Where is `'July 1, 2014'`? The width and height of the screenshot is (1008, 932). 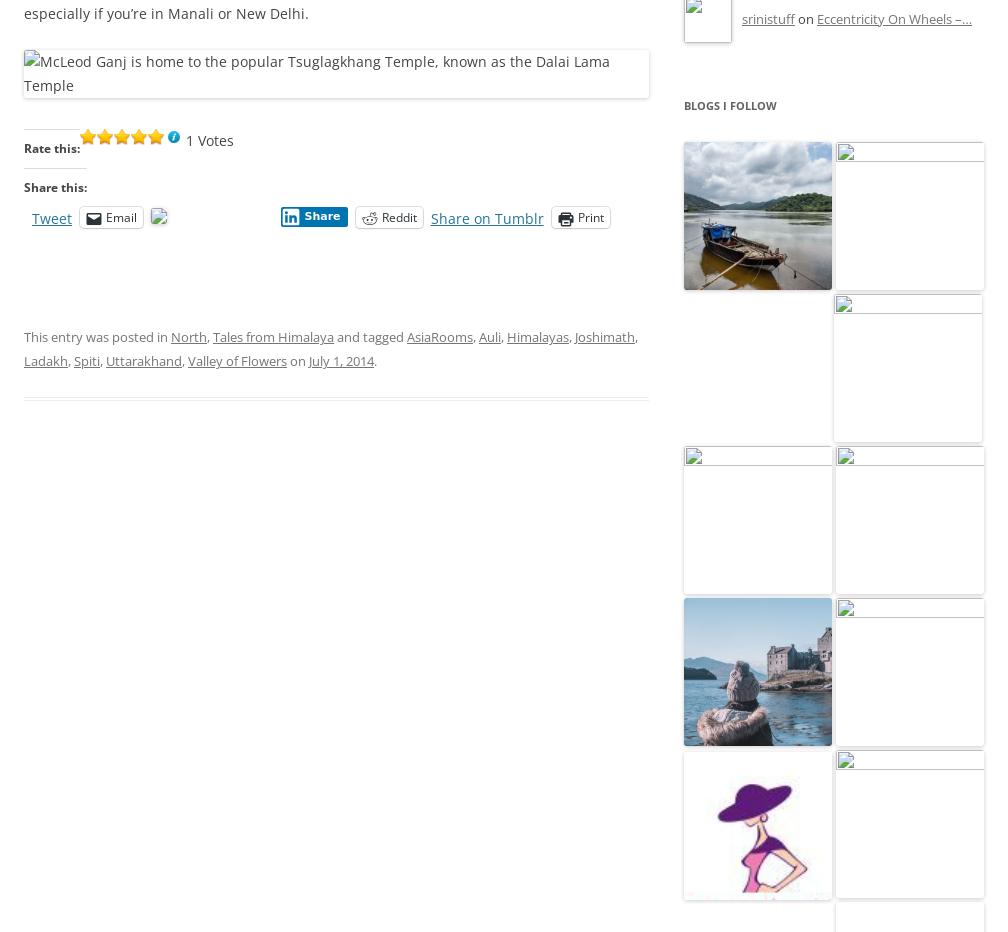
'July 1, 2014' is located at coordinates (308, 359).